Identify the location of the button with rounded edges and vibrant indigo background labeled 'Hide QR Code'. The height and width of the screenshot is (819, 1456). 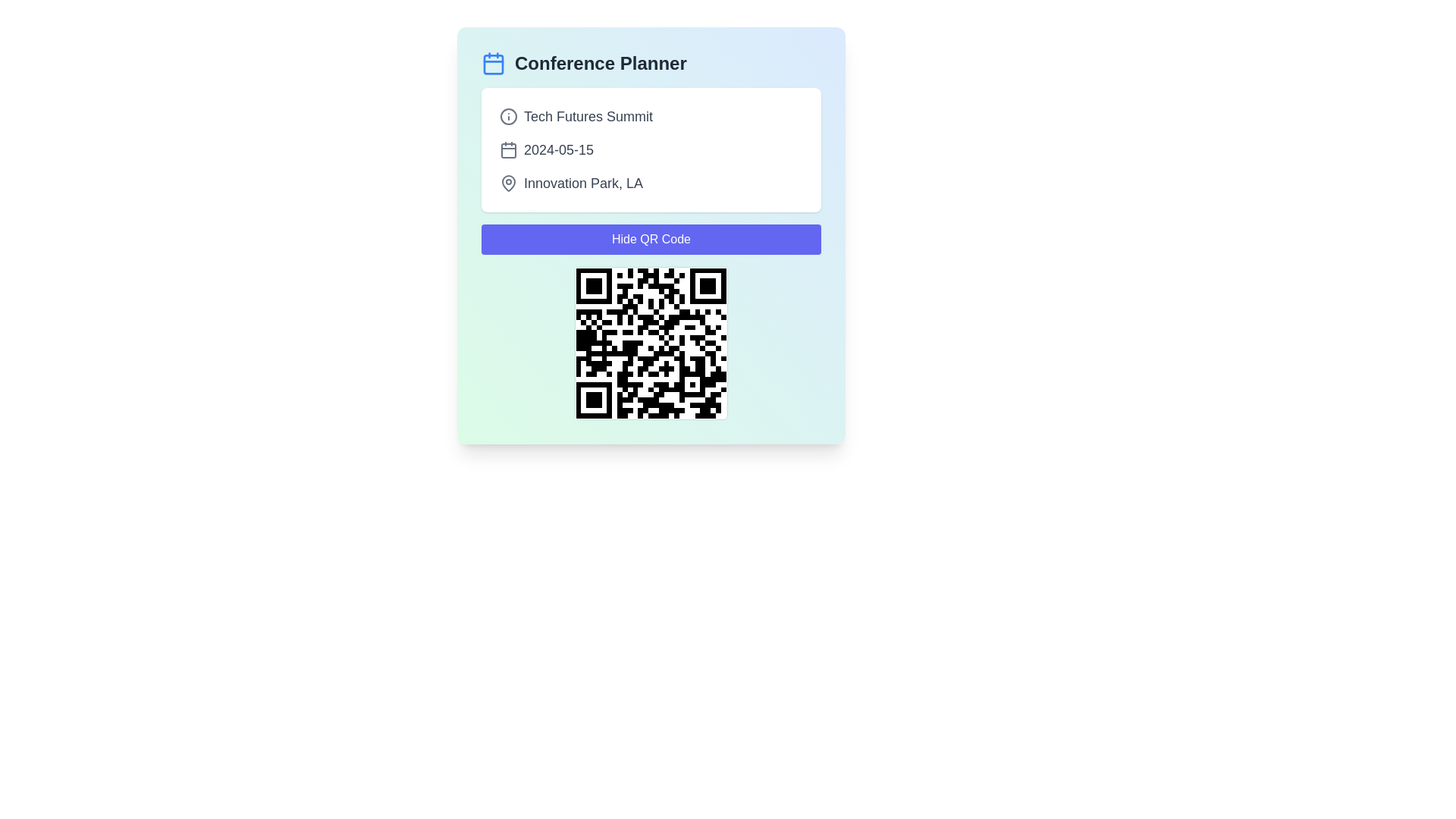
(651, 239).